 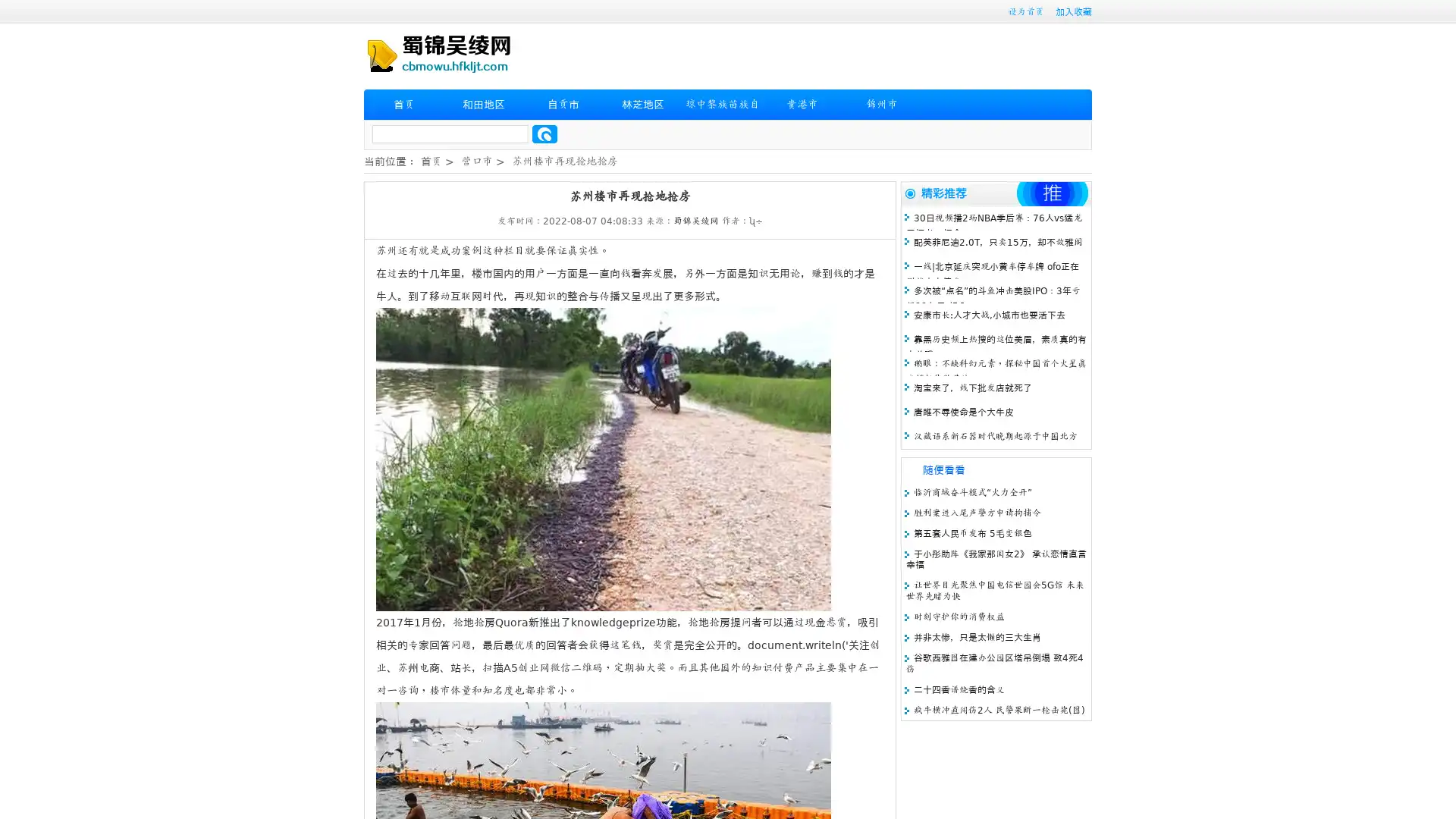 I want to click on Search, so click(x=544, y=133).